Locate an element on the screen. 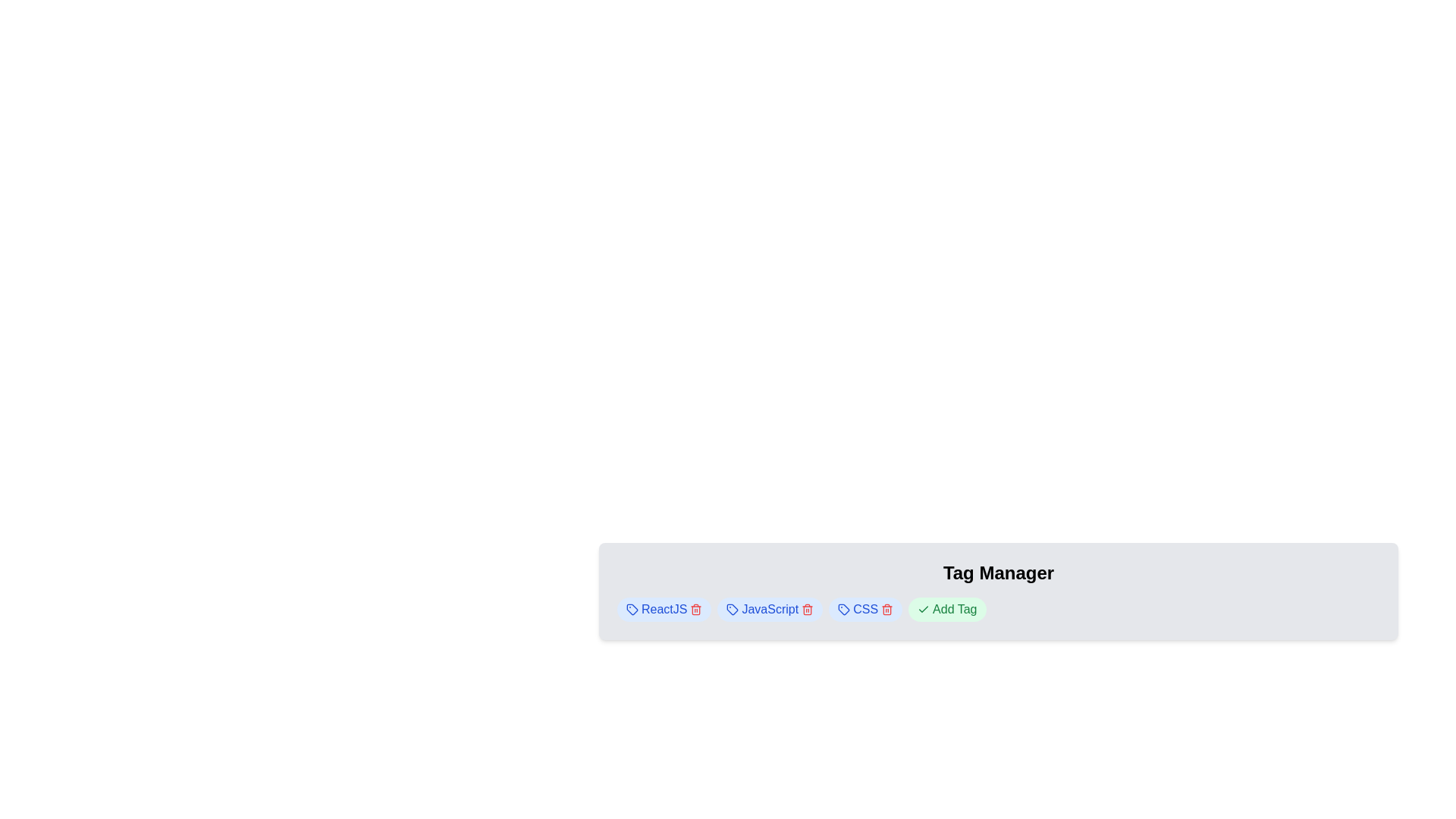 Image resolution: width=1456 pixels, height=819 pixels. the label/tag element that is positioned between 'ReactJS' and 'CSS' in the horizontal list of tags is located at coordinates (770, 608).